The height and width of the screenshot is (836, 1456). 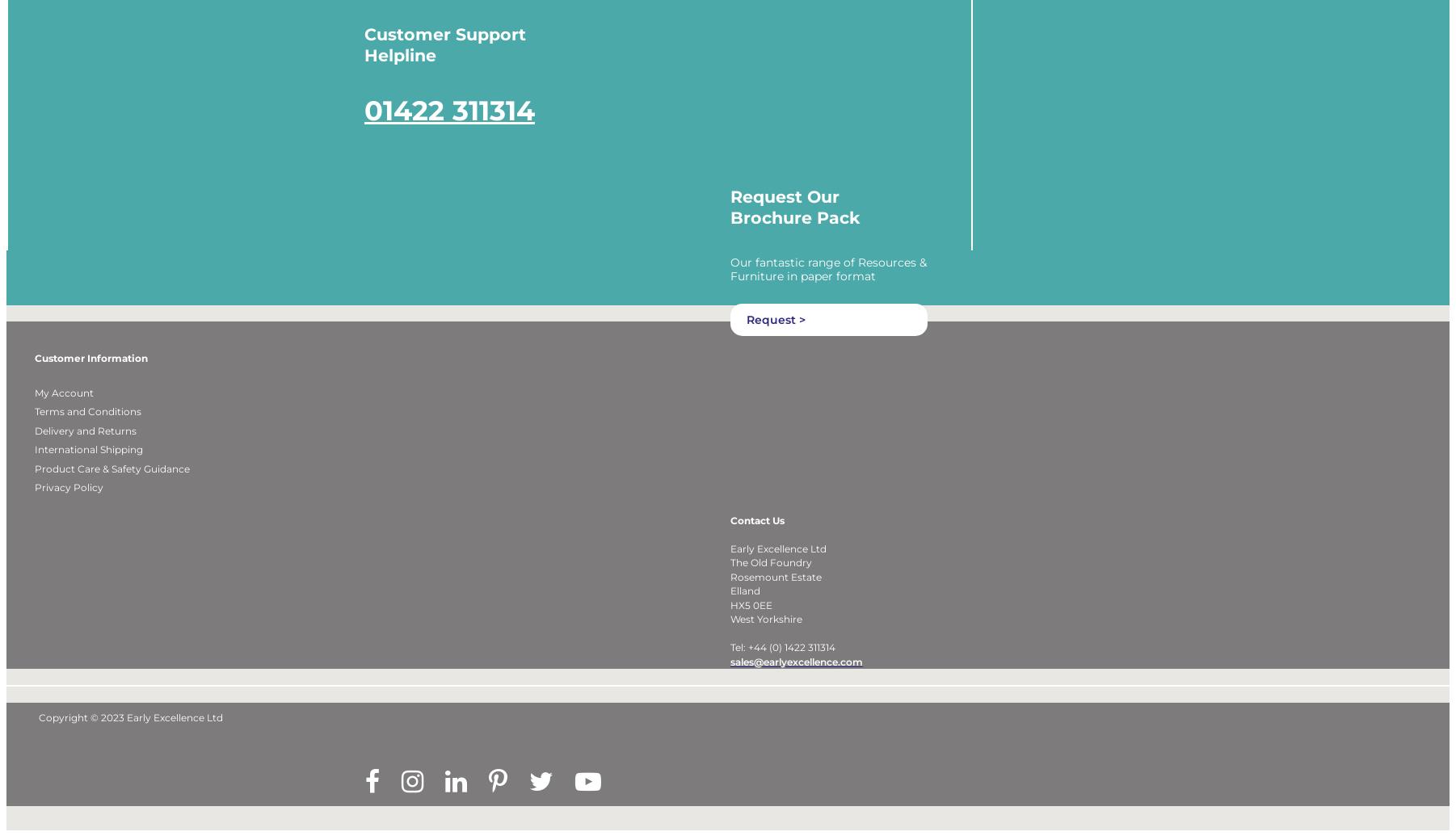 What do you see at coordinates (756, 540) in the screenshot?
I see `'Contact Us'` at bounding box center [756, 540].